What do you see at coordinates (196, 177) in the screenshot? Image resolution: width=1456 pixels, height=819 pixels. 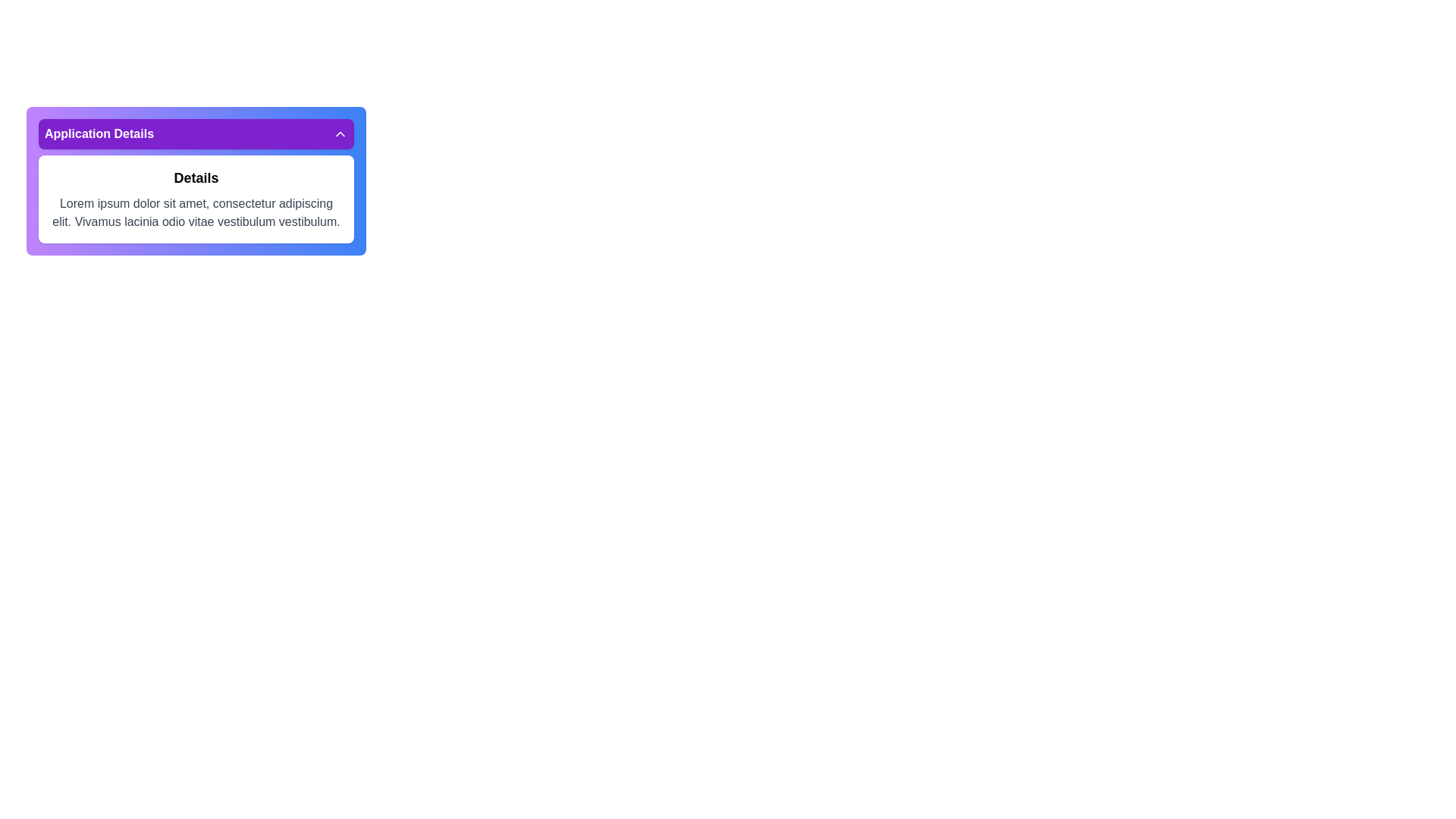 I see `the text label that serves as a title for the details section of the 'Application Details' box, which is located at the top-left of the box with a white background` at bounding box center [196, 177].